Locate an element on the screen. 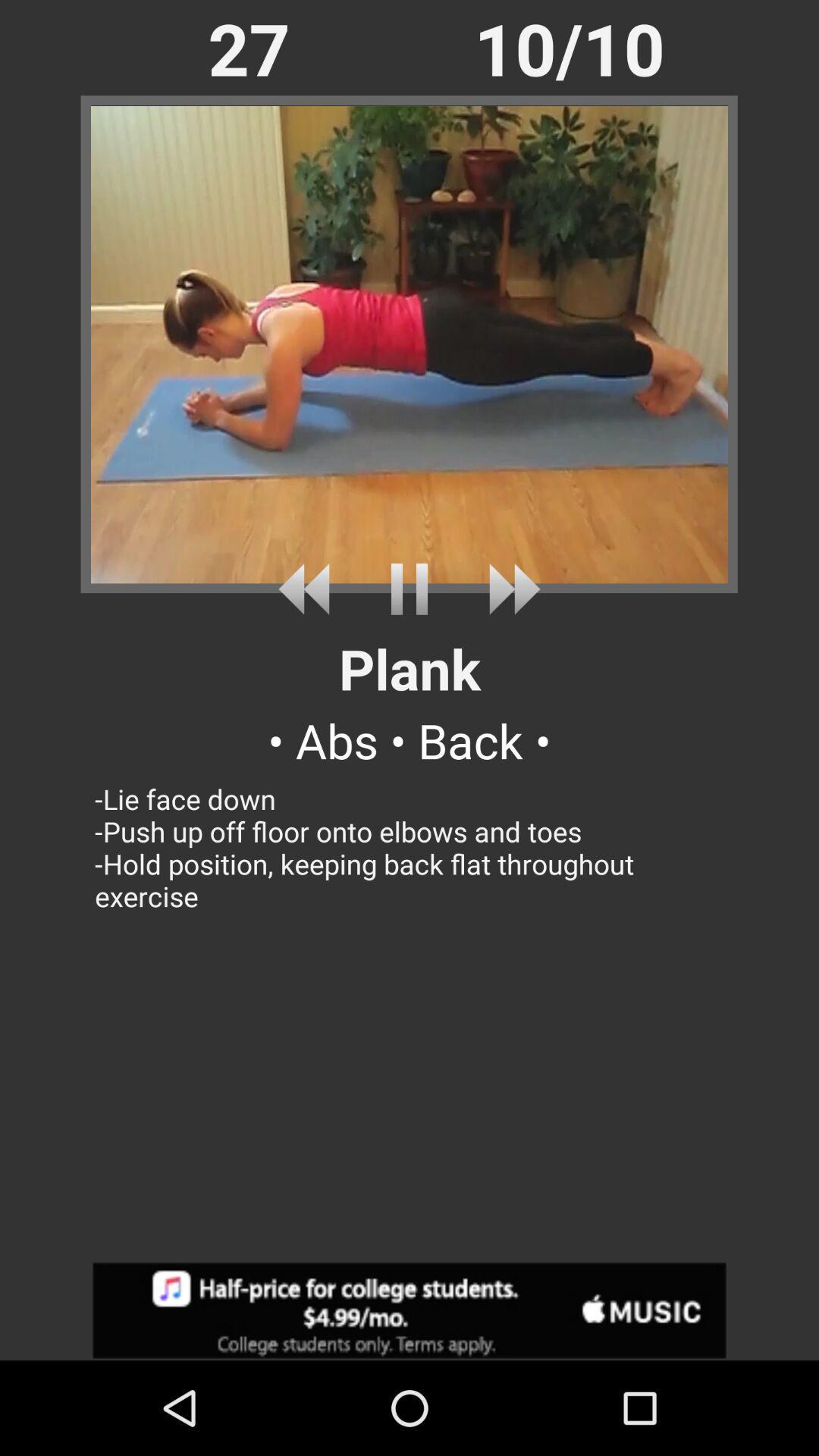  next is located at coordinates (509, 588).